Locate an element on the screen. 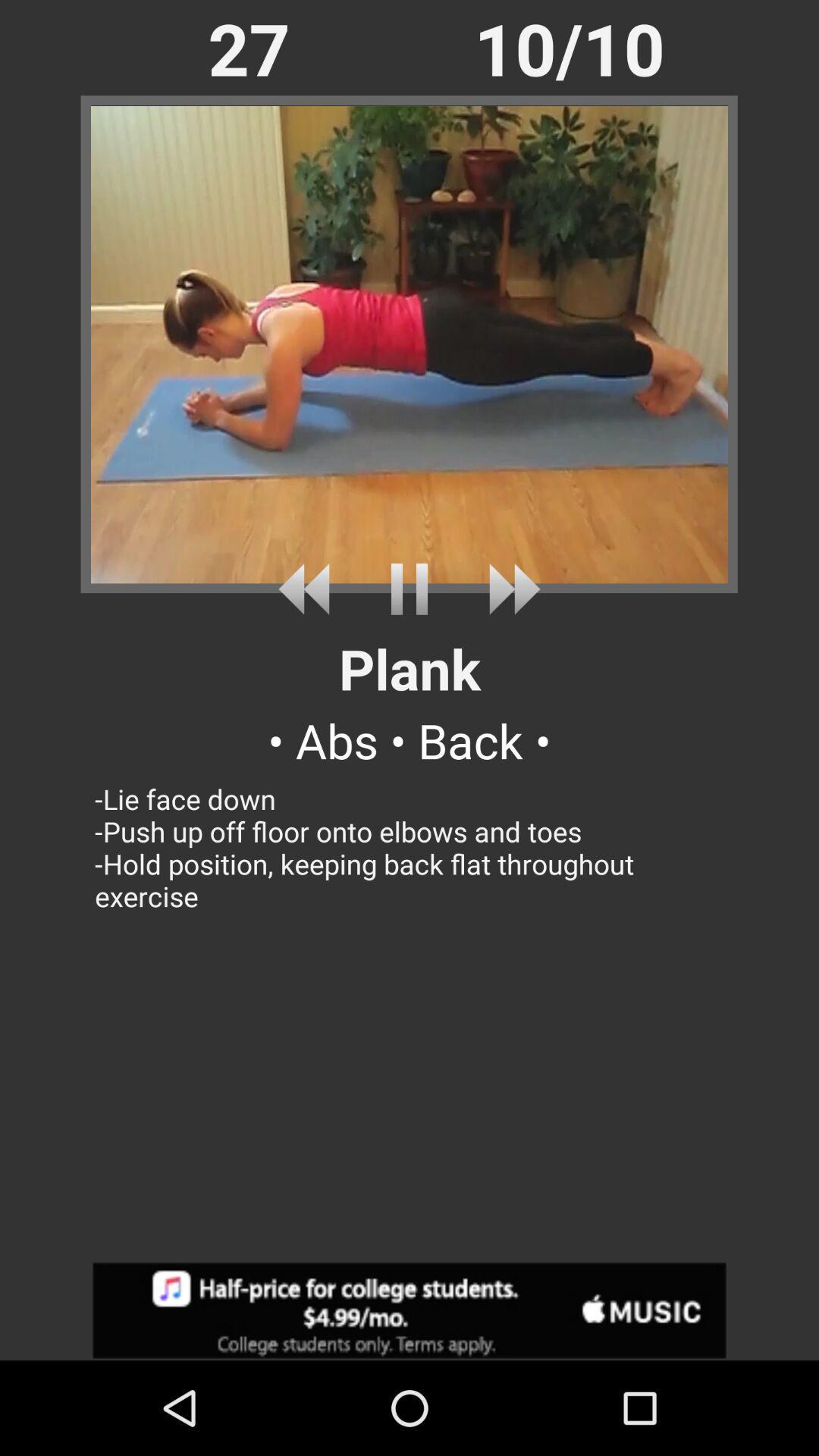  next is located at coordinates (509, 588).